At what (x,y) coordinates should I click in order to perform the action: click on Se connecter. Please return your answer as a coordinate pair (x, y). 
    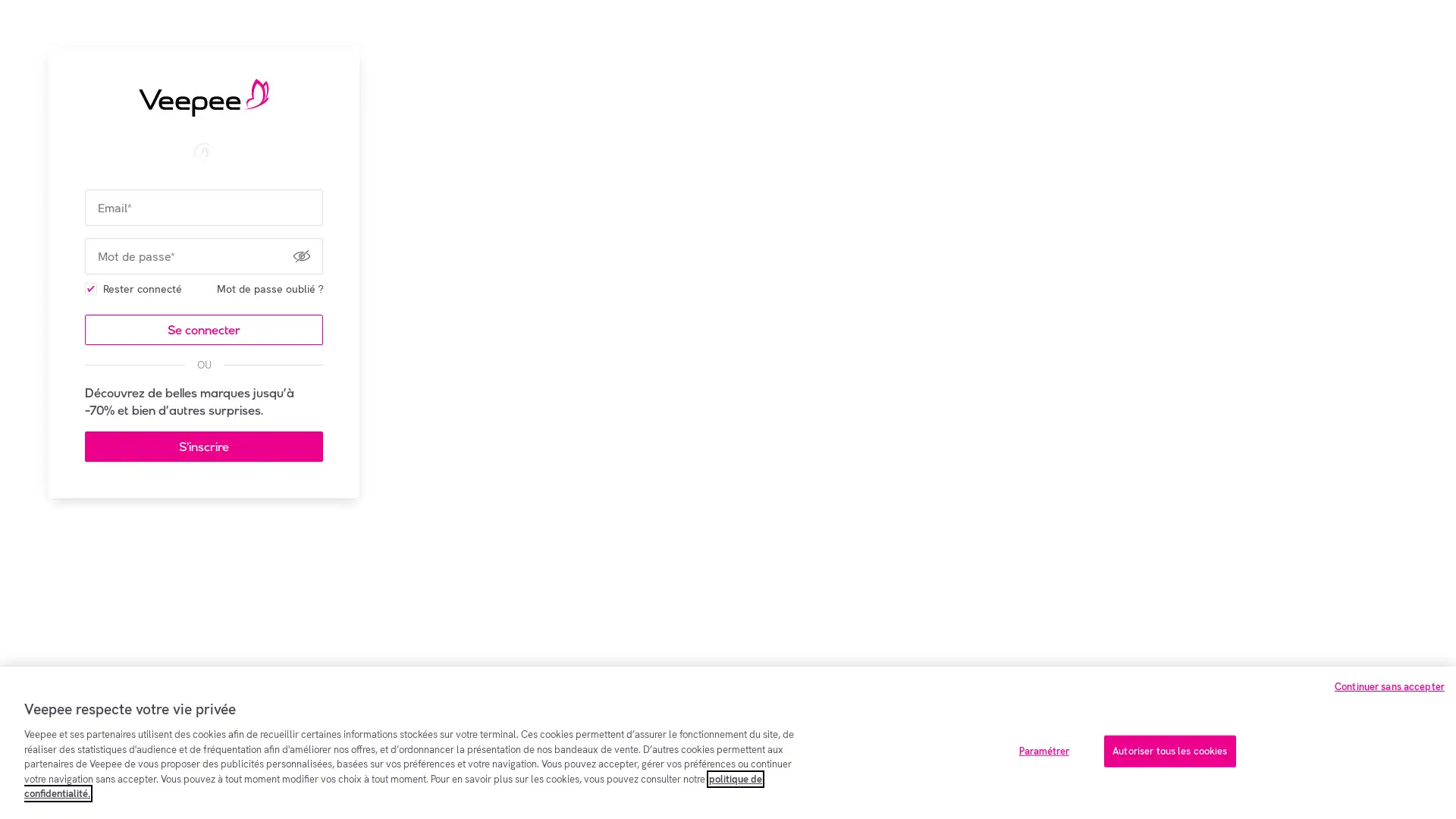
    Looking at the image, I should click on (202, 335).